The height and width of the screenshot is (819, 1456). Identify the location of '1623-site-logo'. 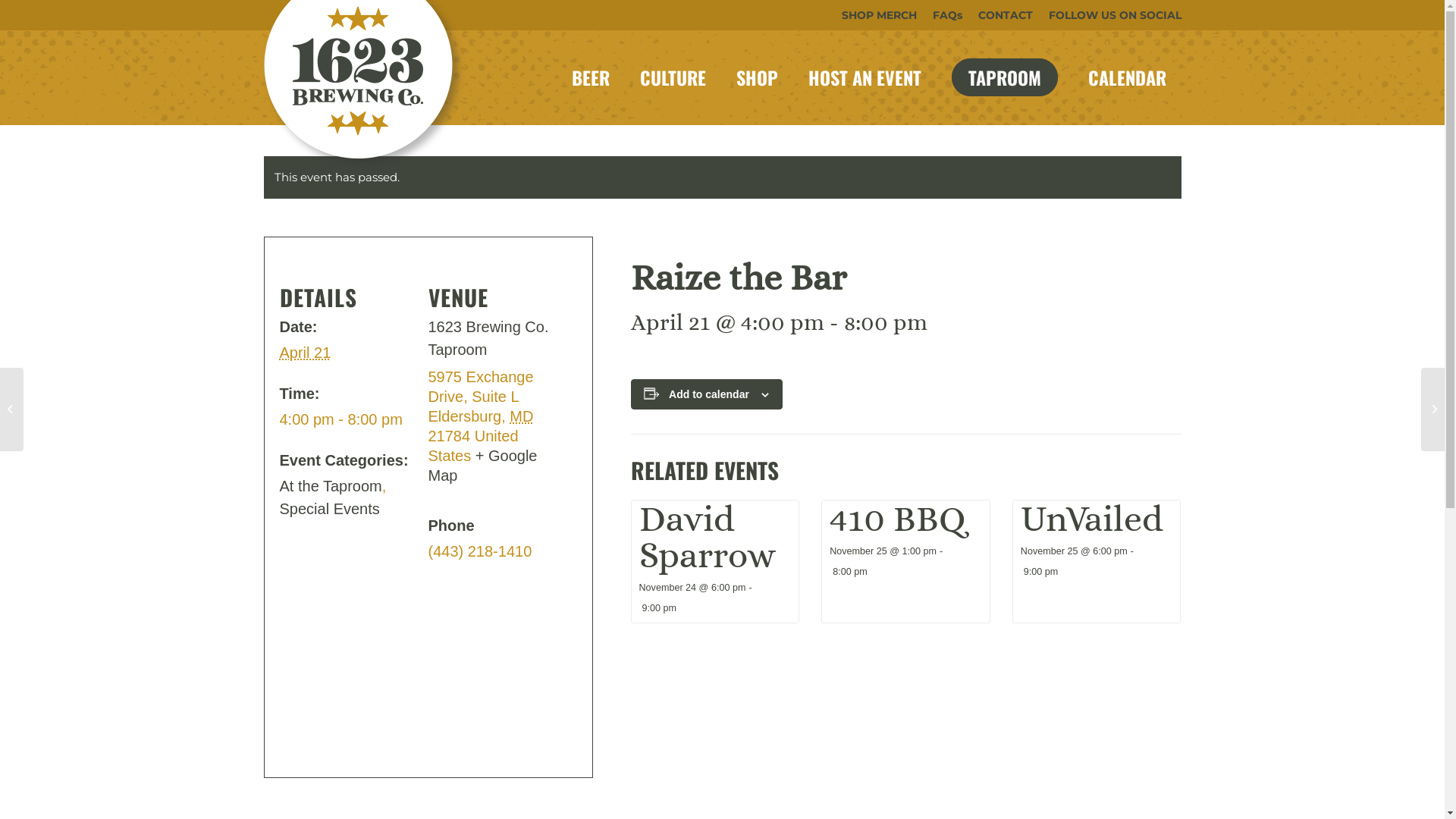
(364, 94).